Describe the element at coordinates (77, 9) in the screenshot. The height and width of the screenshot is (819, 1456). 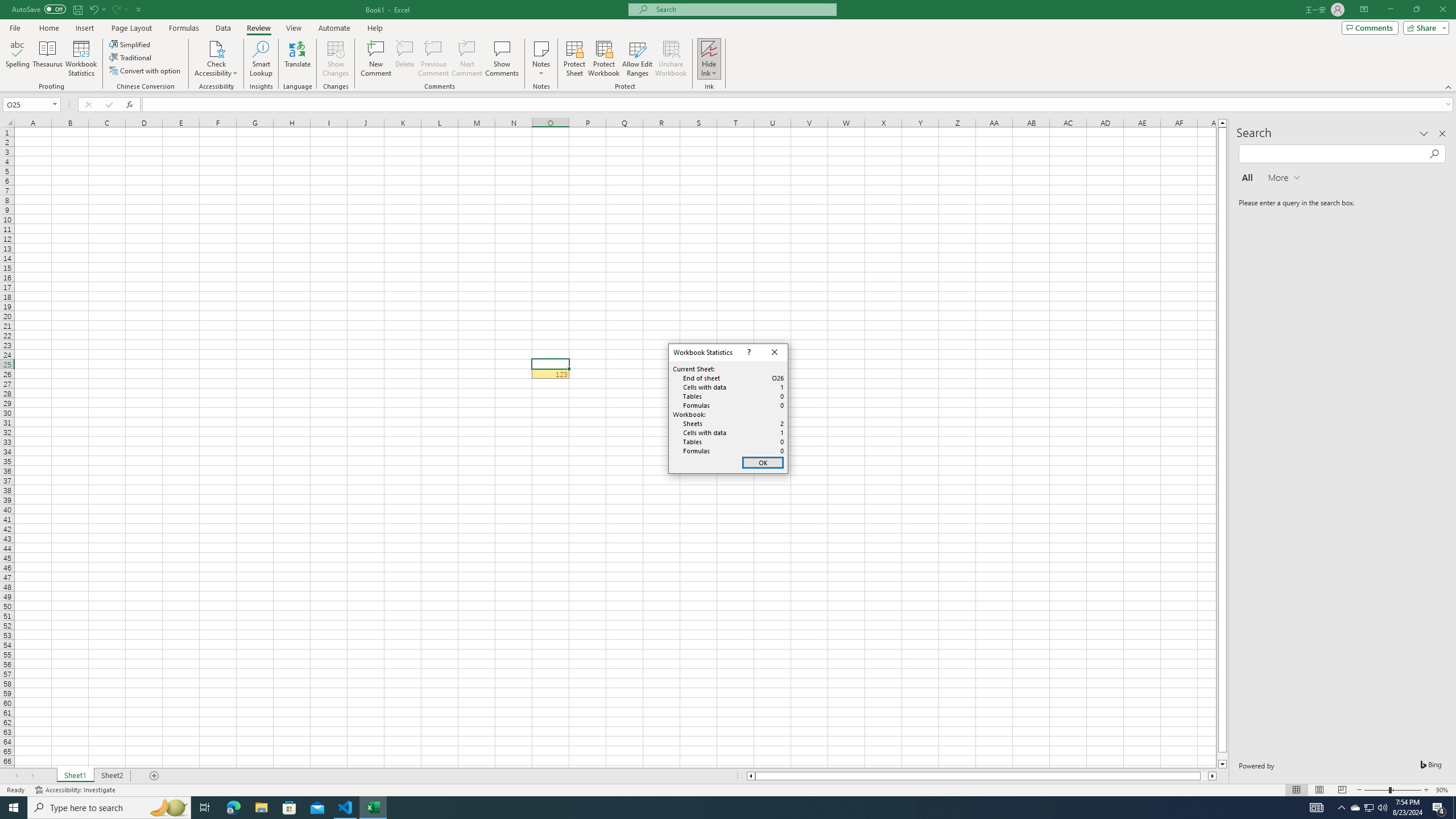
I see `'Quick Access Toolbar'` at that location.